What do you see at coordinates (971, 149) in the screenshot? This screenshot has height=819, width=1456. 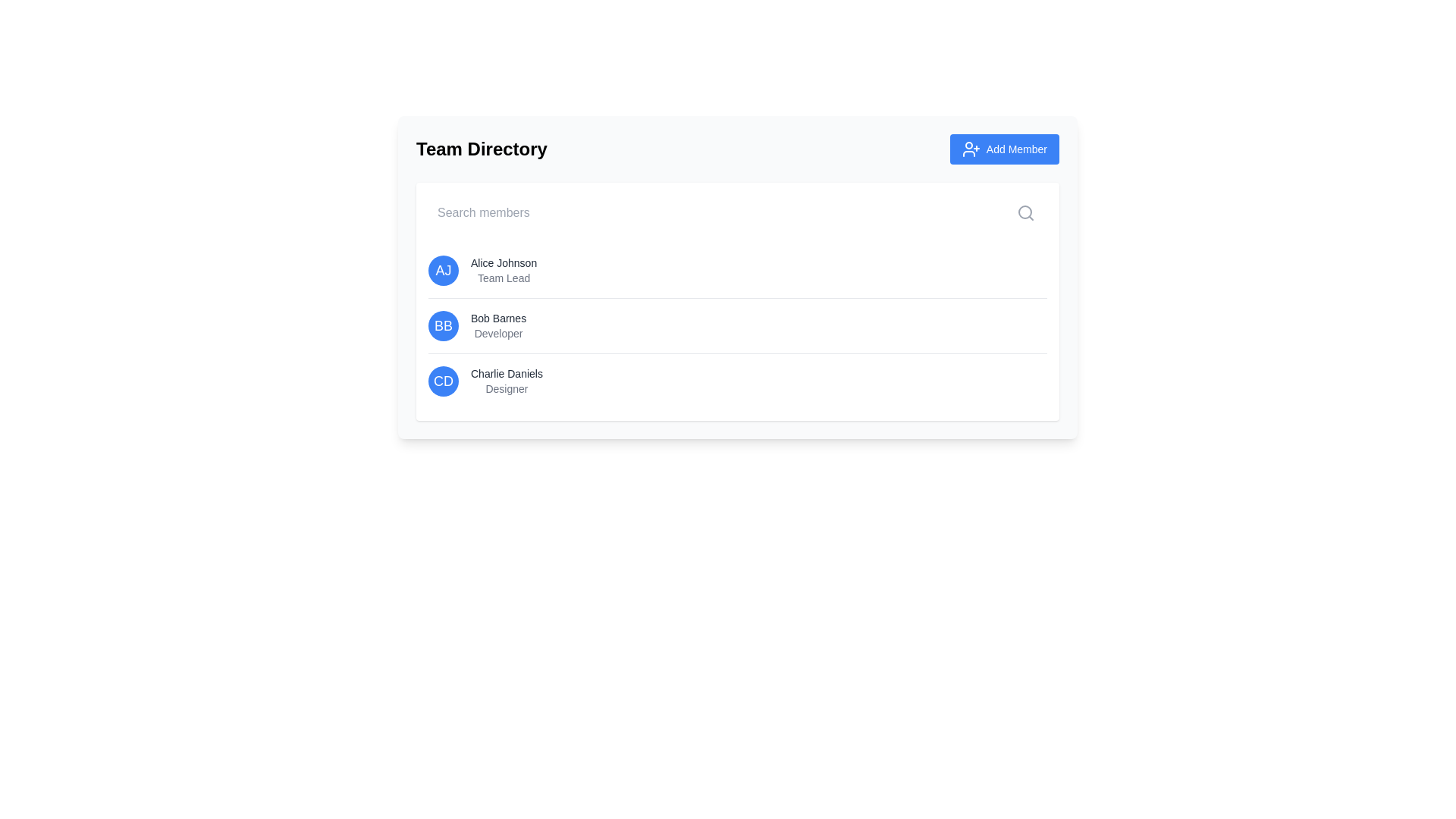 I see `the user icon with a plus sign next to the 'Add Member' text` at bounding box center [971, 149].